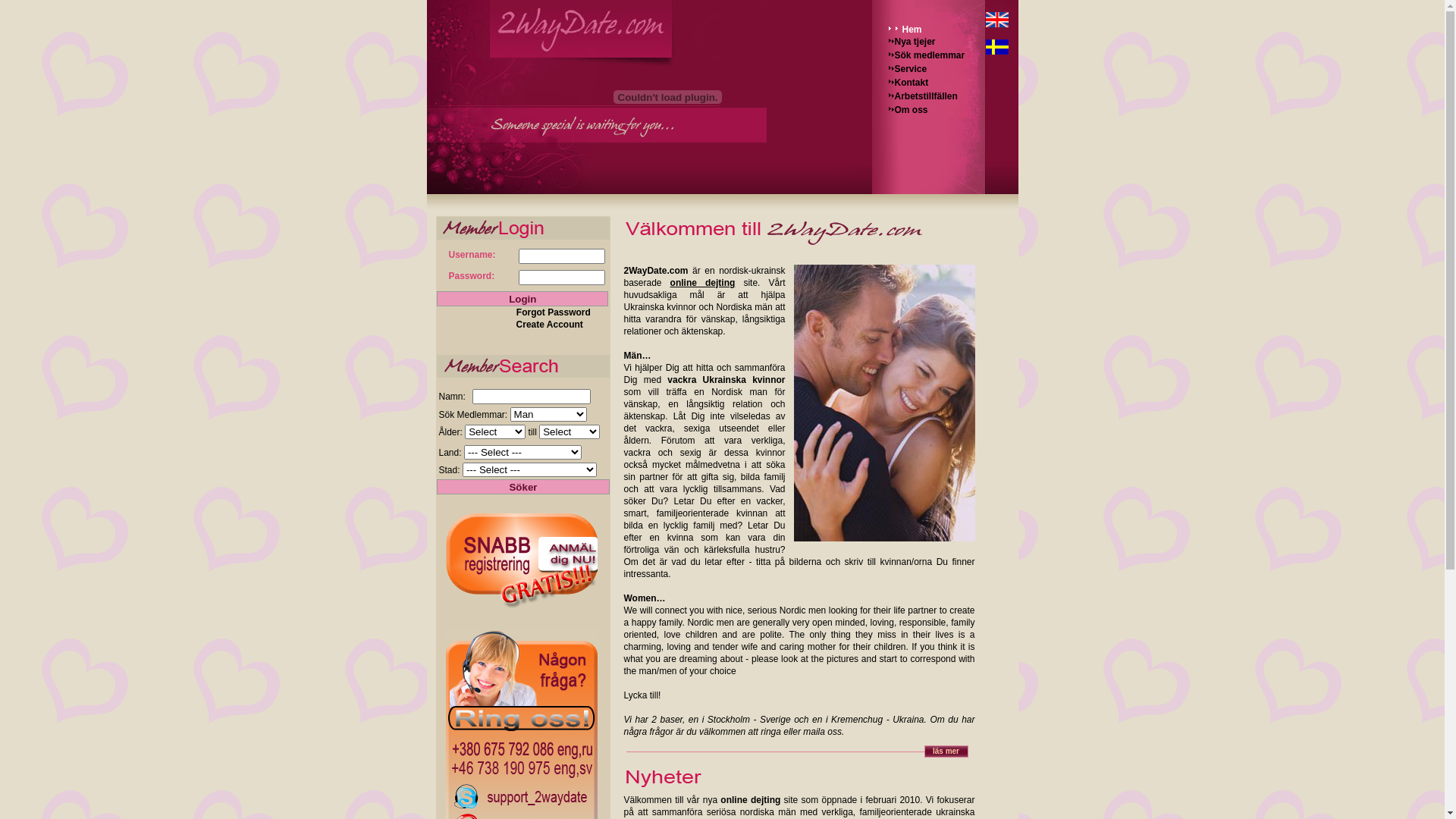  I want to click on 'Om oss', so click(910, 109).